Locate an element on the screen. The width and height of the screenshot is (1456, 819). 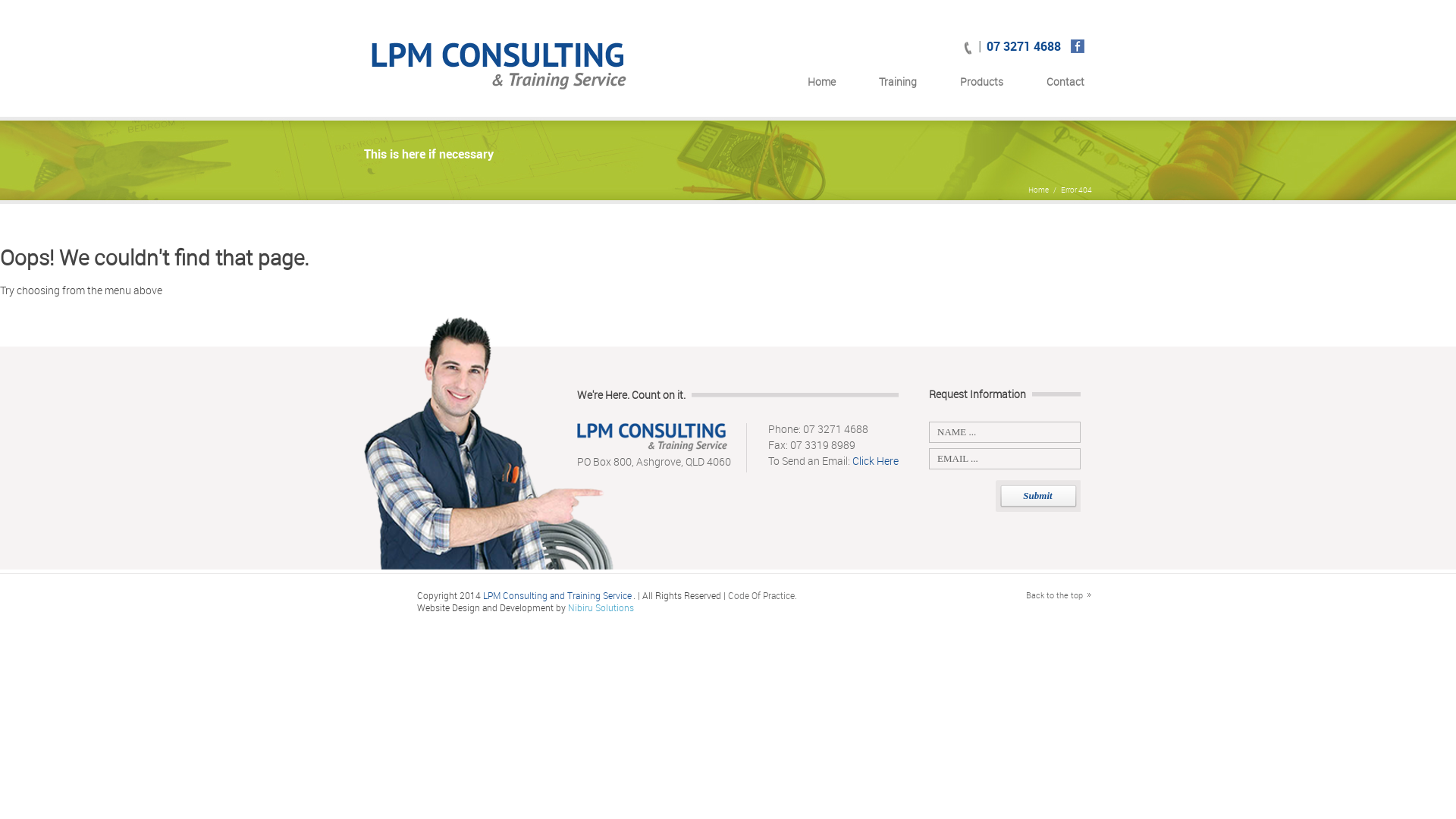
'LPMCTS' is located at coordinates (500, 70).